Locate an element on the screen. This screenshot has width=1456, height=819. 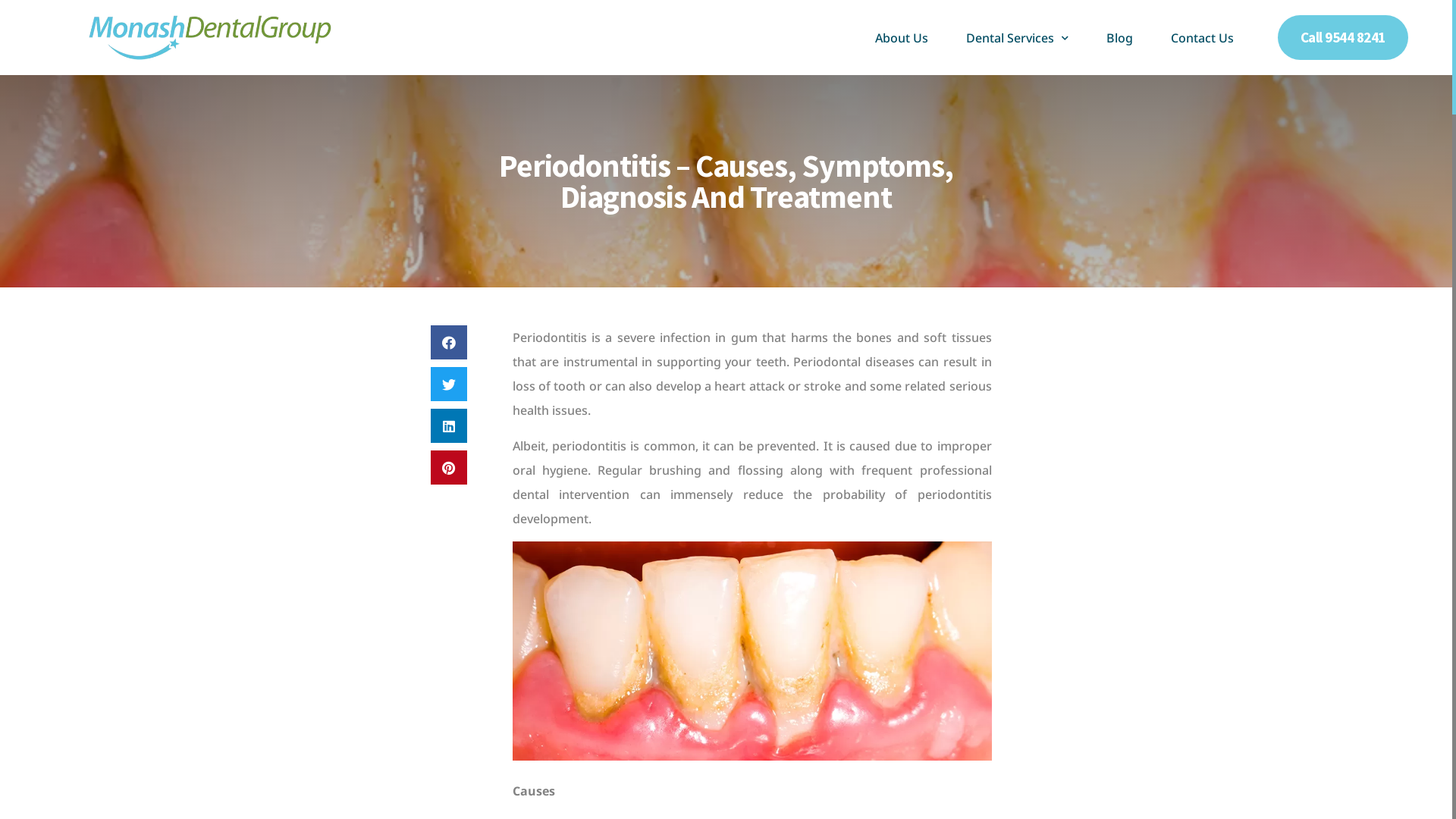
'Contact Us' is located at coordinates (1154, 37).